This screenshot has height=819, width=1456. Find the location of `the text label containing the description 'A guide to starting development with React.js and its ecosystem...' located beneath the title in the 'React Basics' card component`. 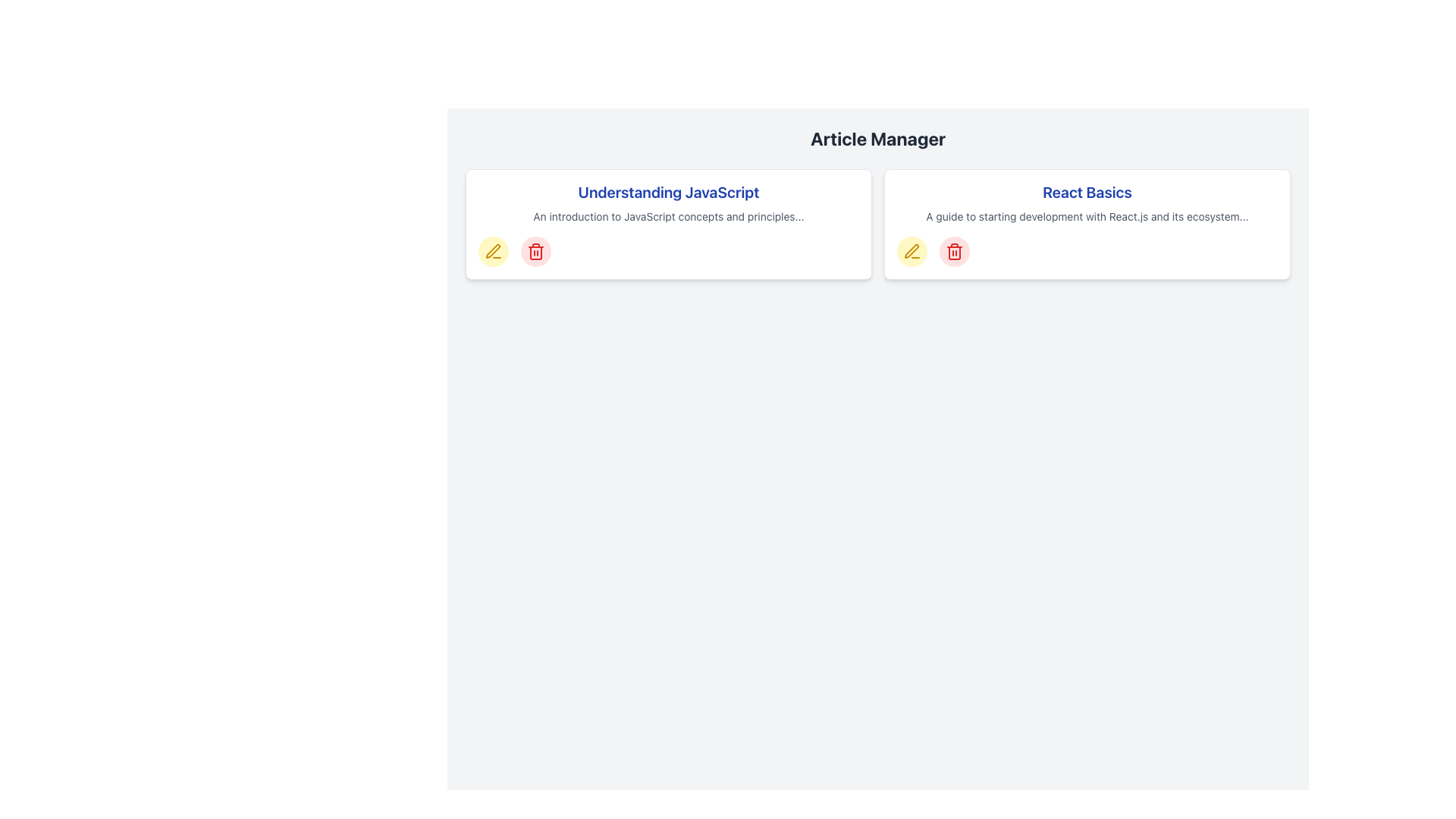

the text label containing the description 'A guide to starting development with React.js and its ecosystem...' located beneath the title in the 'React Basics' card component is located at coordinates (1087, 216).